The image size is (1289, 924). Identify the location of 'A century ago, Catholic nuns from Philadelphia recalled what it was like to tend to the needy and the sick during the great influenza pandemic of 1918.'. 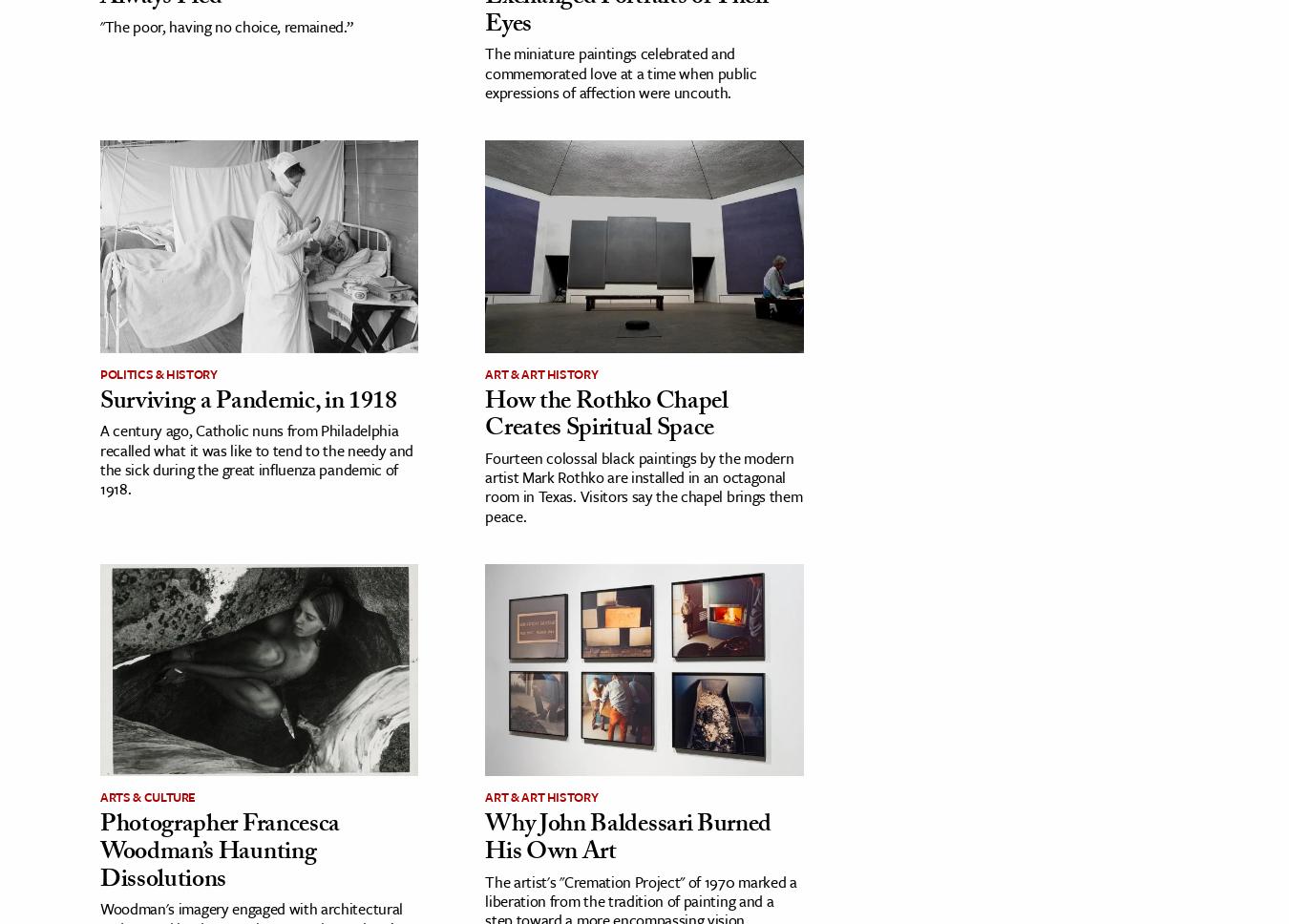
(256, 458).